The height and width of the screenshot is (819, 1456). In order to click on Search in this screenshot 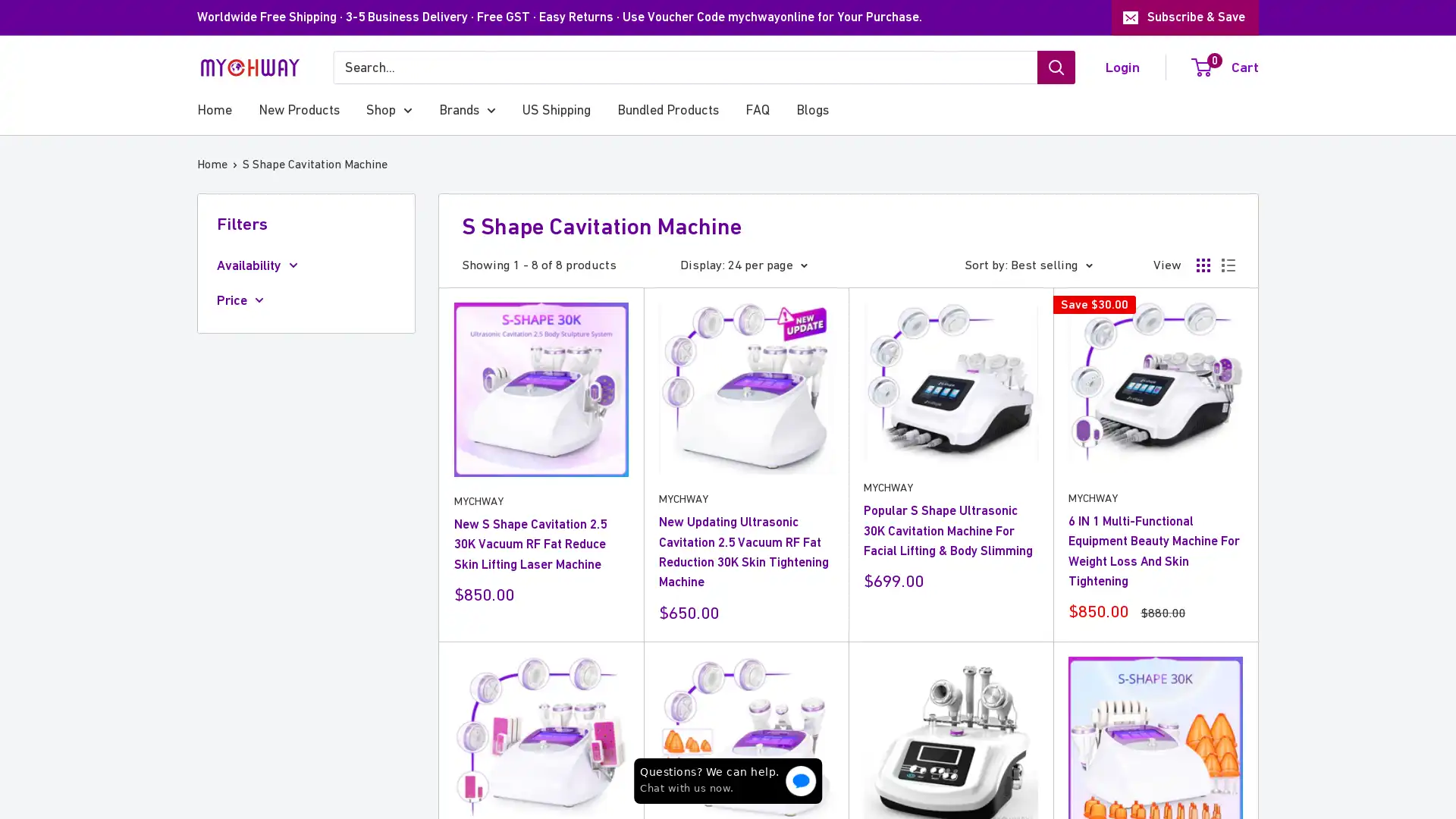, I will do `click(1055, 66)`.